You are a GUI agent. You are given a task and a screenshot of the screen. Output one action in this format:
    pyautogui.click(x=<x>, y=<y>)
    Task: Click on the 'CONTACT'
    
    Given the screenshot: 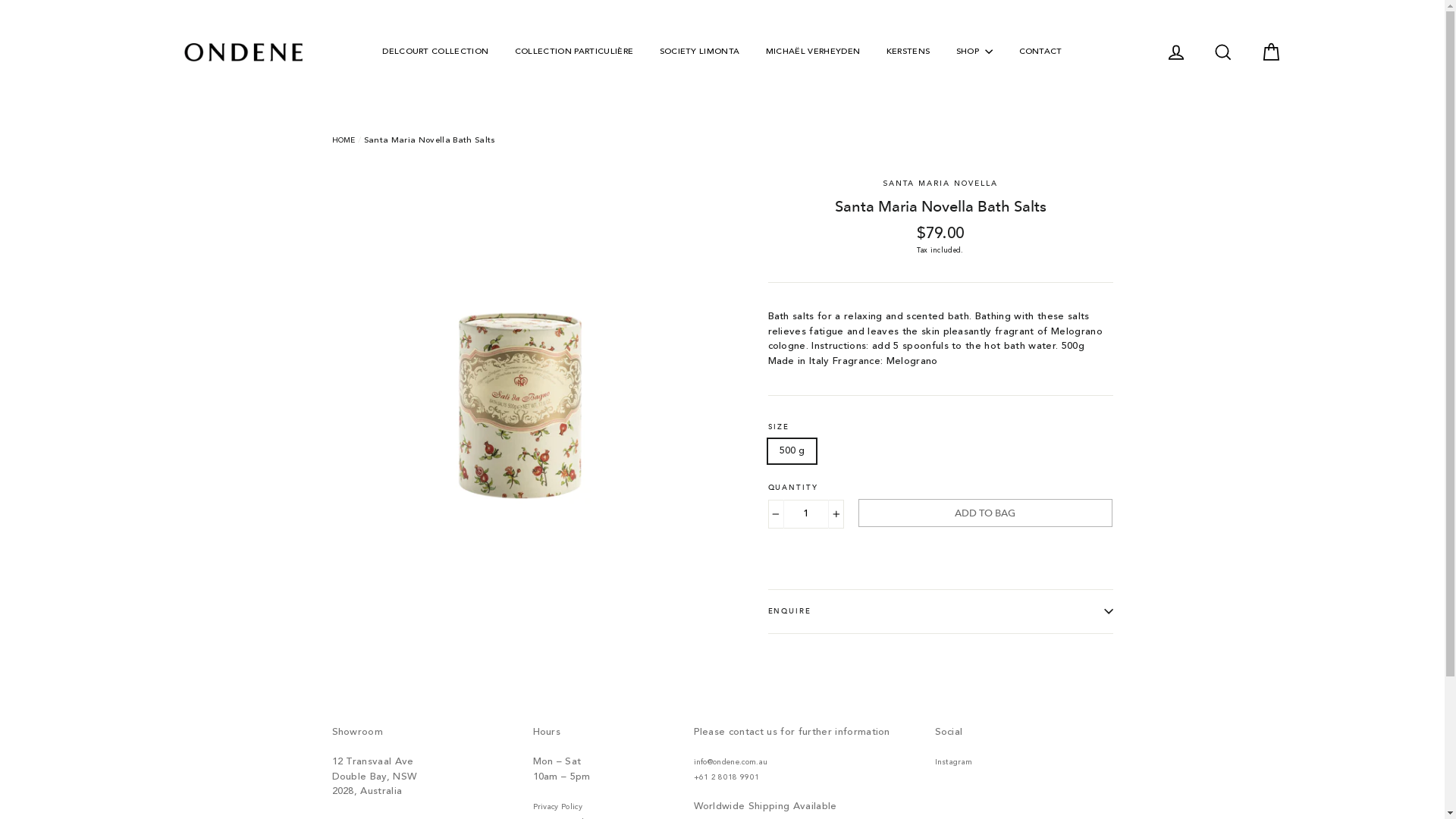 What is the action you would take?
    pyautogui.click(x=1039, y=52)
    